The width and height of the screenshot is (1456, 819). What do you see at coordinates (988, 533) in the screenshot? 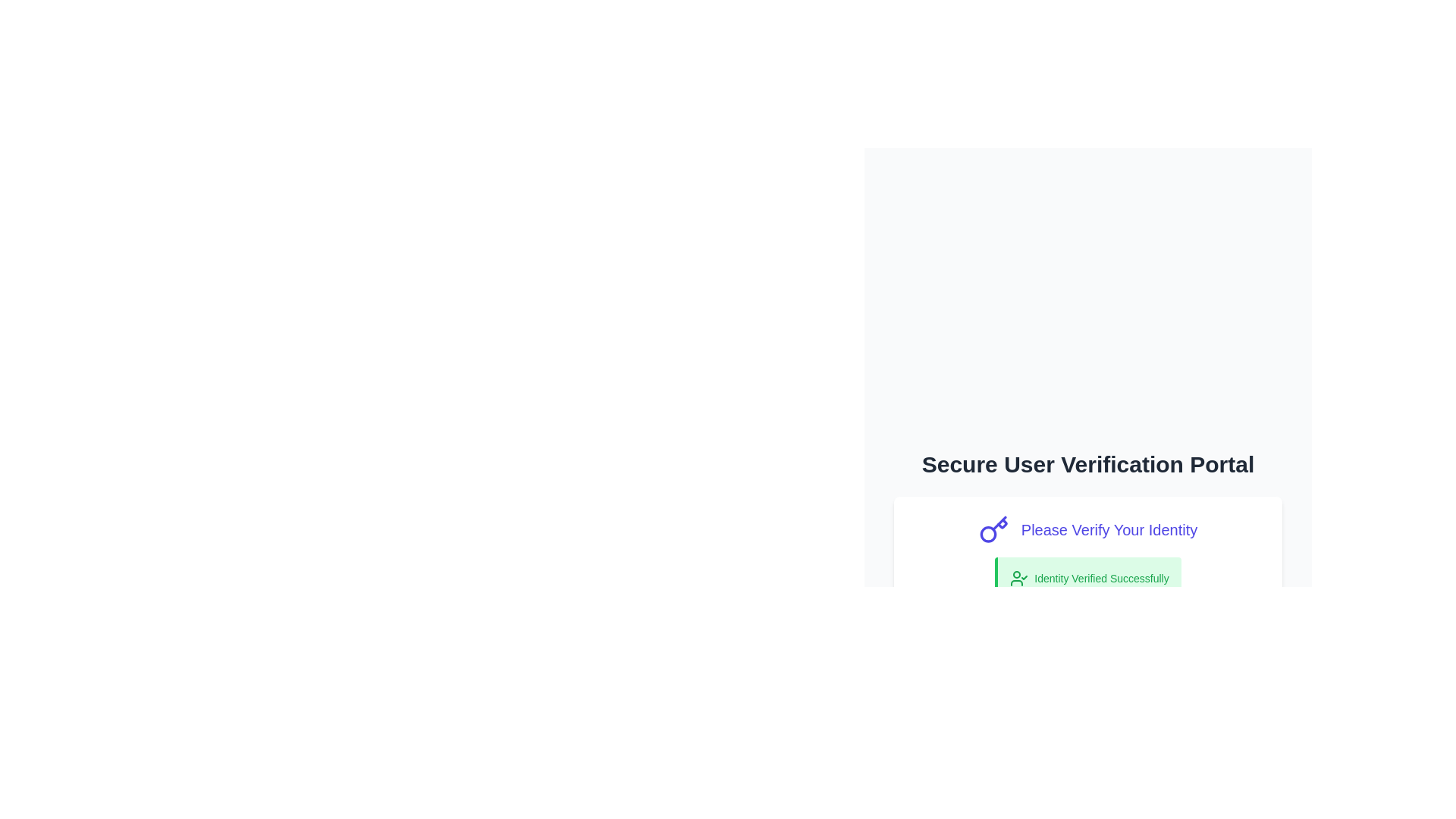
I see `the small circular graphic located within the key icon, which is positioned near the bottom of the key icon, situated towards the left of the text 'Please Verify Your Identity'` at bounding box center [988, 533].